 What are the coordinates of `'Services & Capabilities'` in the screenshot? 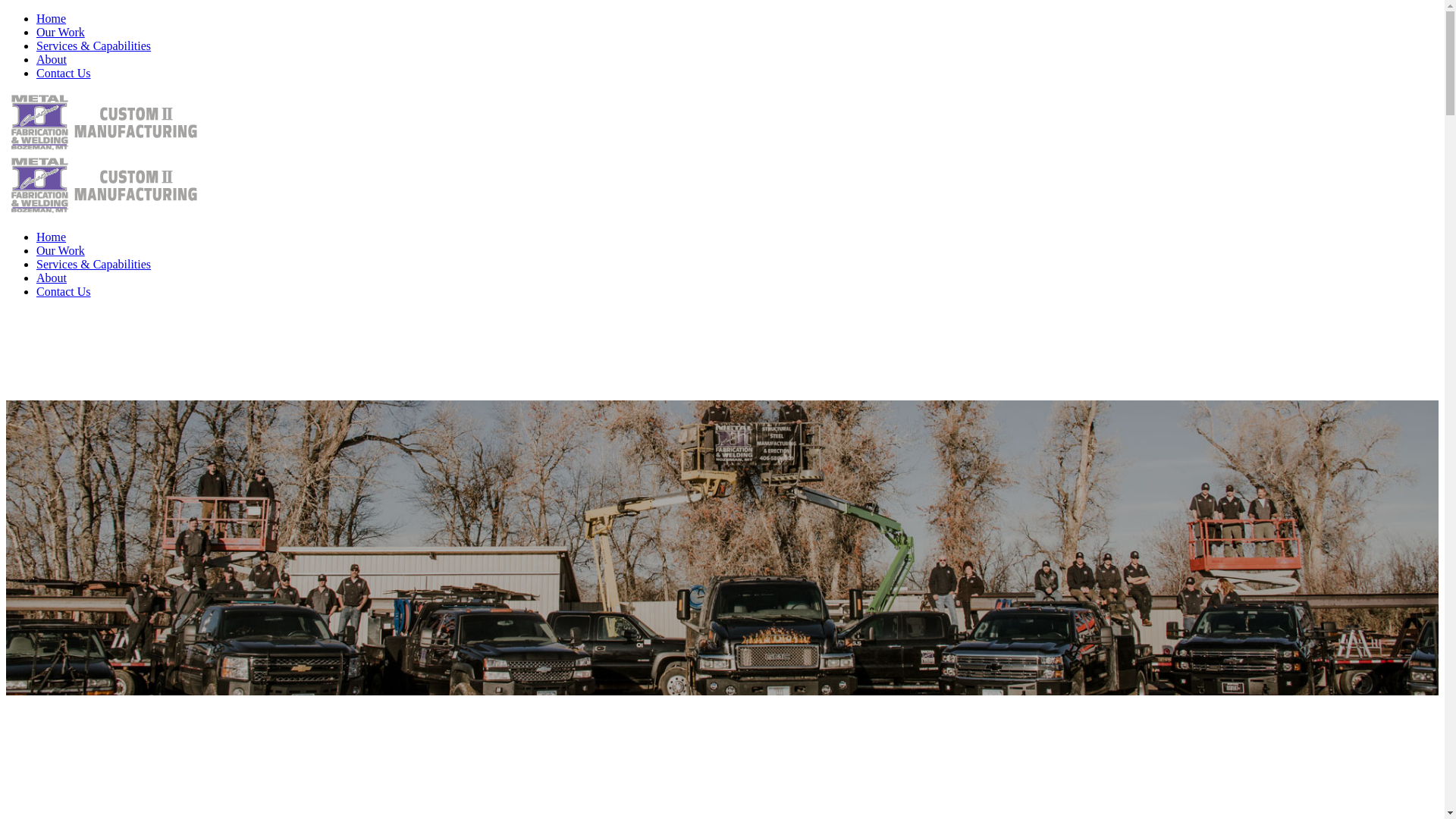 It's located at (93, 45).